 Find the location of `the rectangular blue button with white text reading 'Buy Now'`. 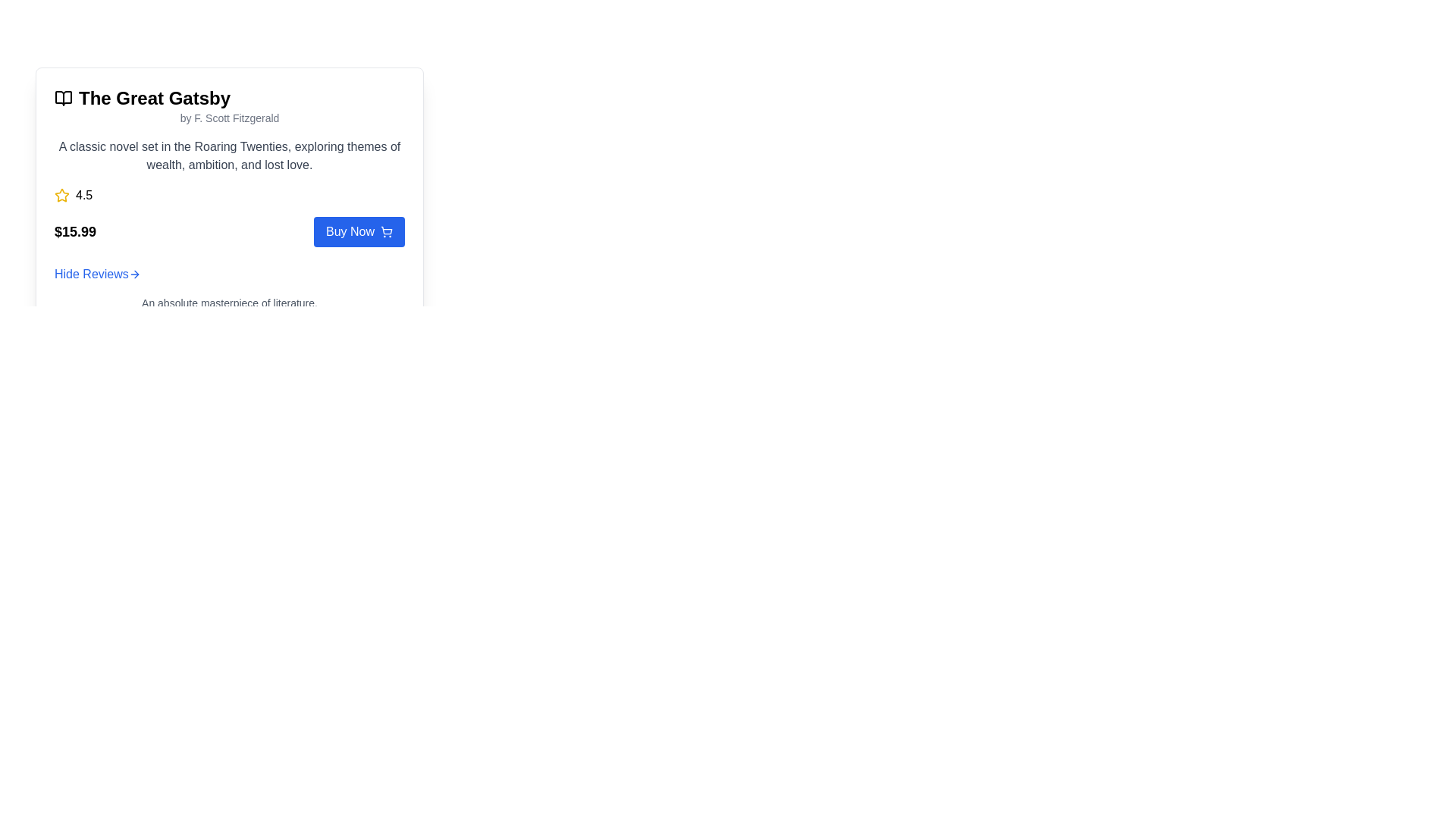

the rectangular blue button with white text reading 'Buy Now' is located at coordinates (359, 231).